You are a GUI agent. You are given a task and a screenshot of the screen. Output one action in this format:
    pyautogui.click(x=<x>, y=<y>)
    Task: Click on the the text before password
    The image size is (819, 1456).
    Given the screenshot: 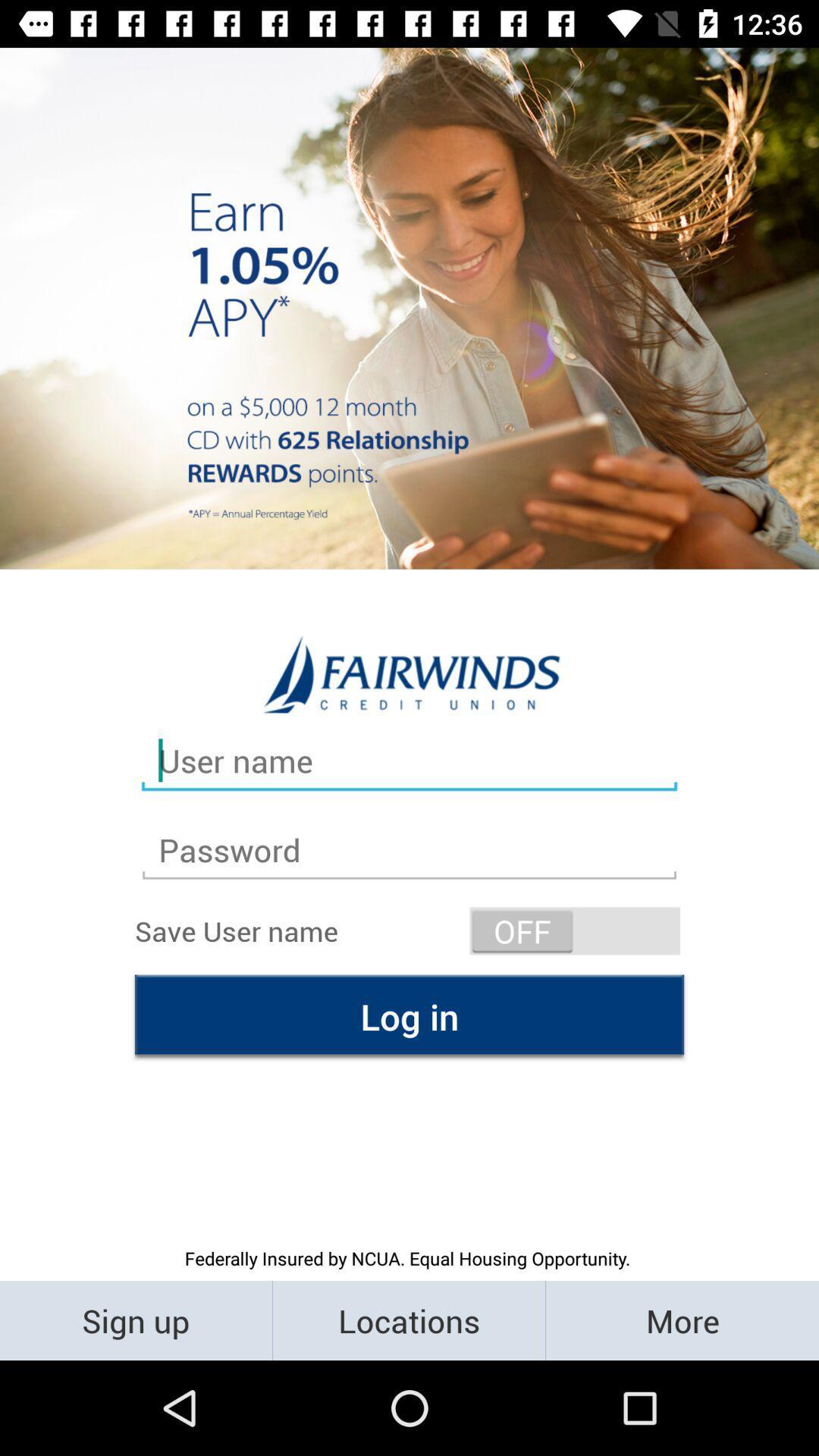 What is the action you would take?
    pyautogui.click(x=409, y=761)
    